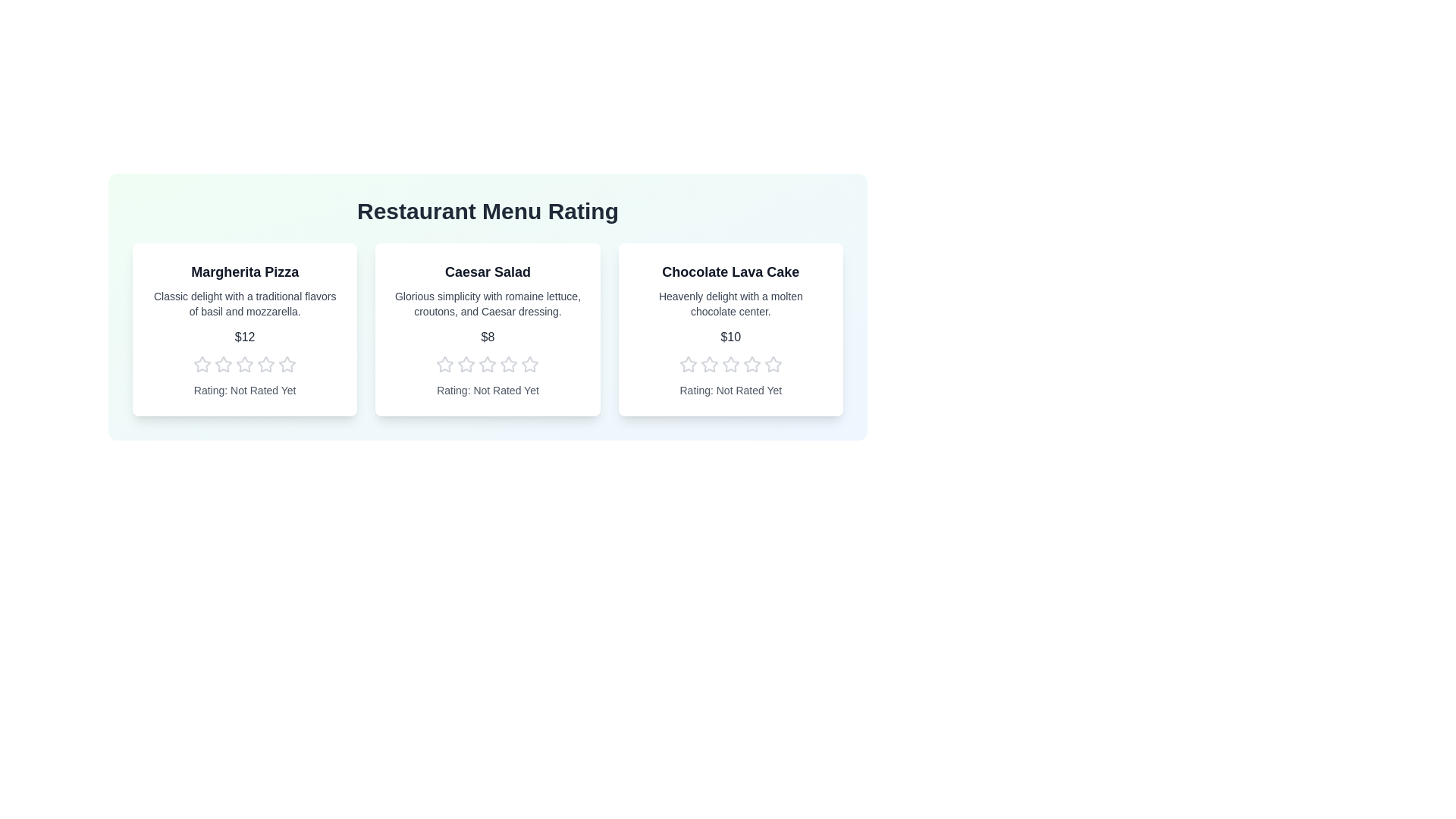 The height and width of the screenshot is (819, 1456). What do you see at coordinates (444, 365) in the screenshot?
I see `the star corresponding to the desired rating 1 for the menu item Caesar Salad` at bounding box center [444, 365].